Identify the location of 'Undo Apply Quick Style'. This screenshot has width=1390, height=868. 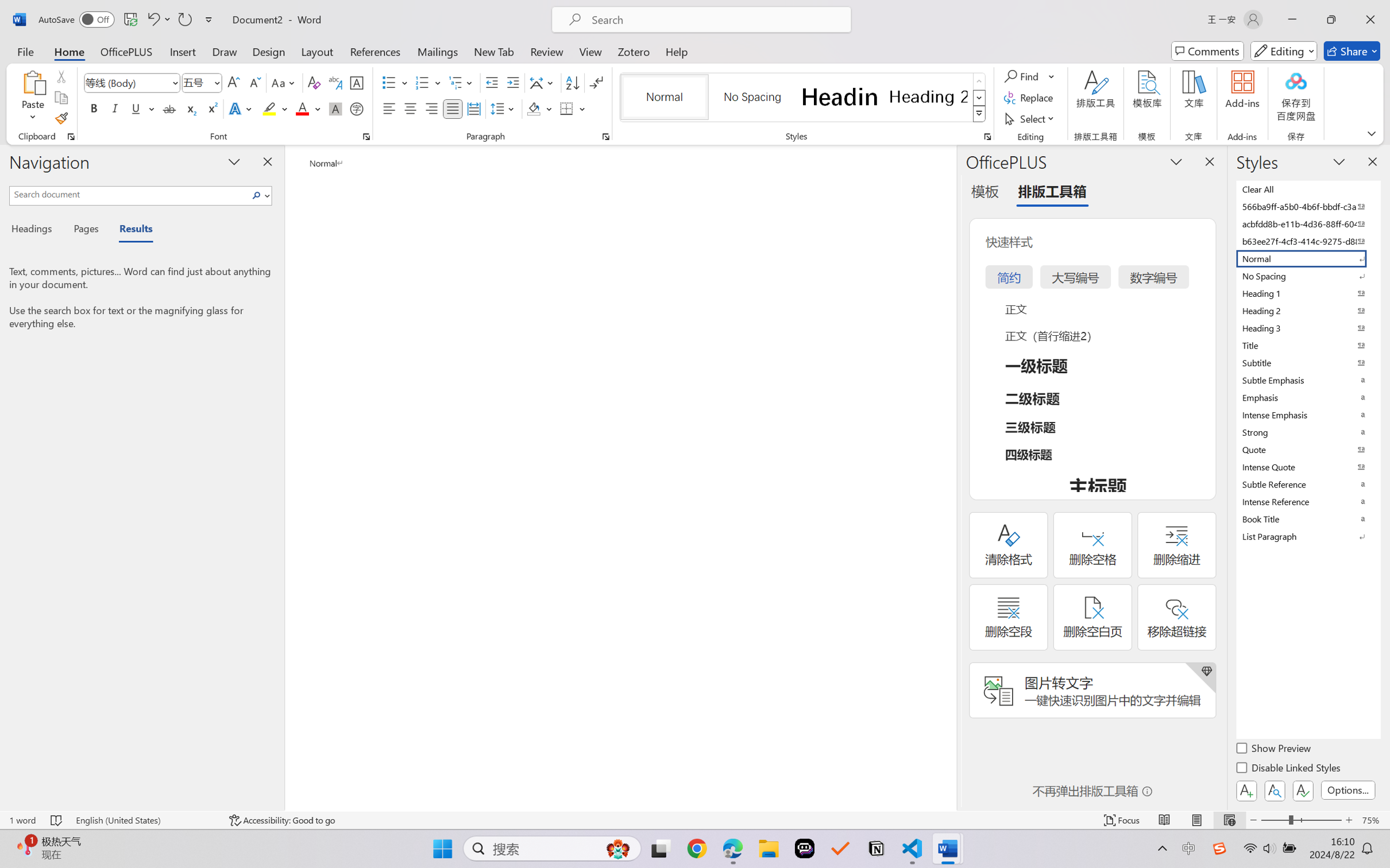
(157, 19).